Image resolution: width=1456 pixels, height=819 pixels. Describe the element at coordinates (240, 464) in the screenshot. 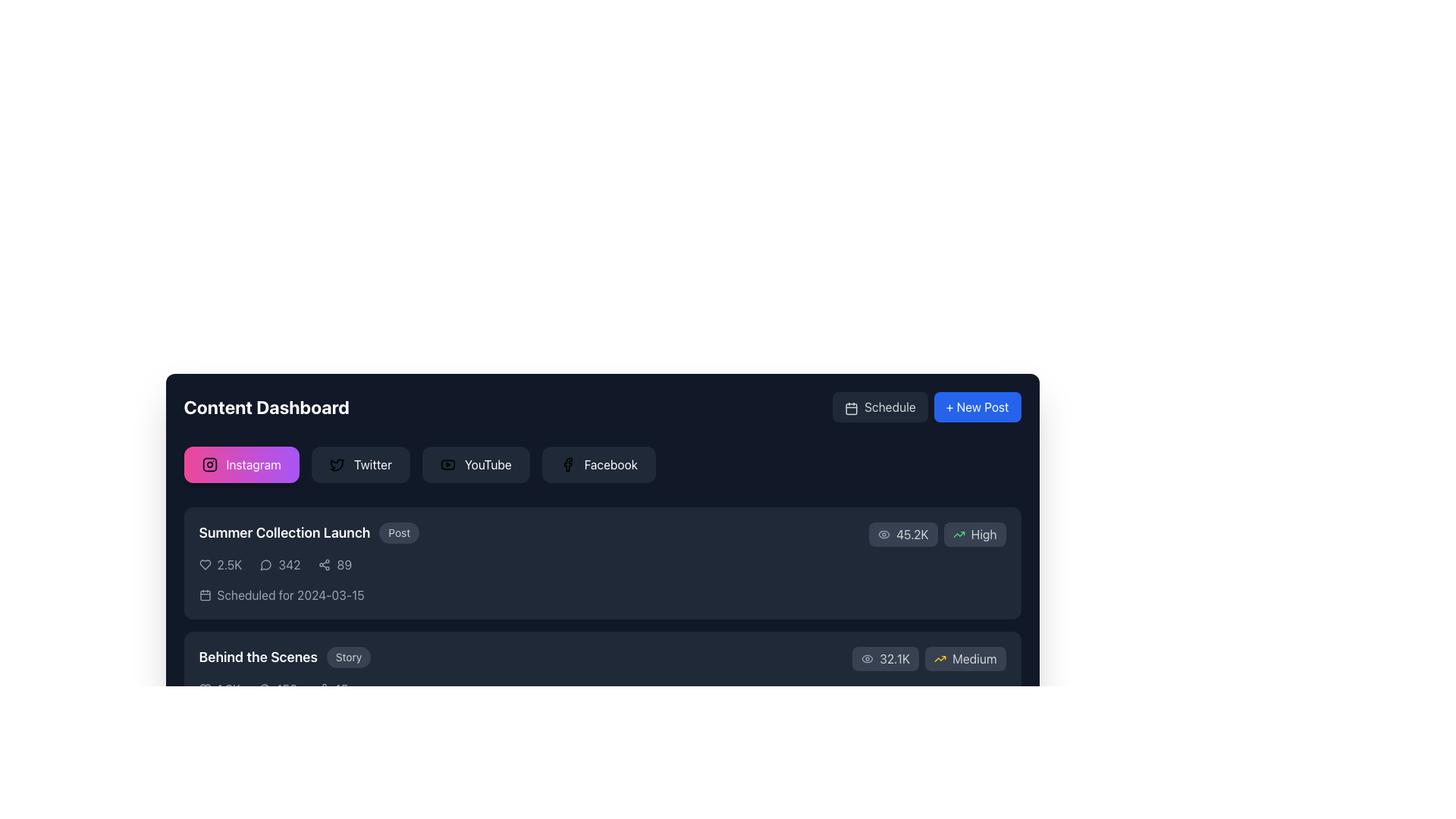

I see `the first button in the horizontal row on the dark-themed dashboard` at that location.